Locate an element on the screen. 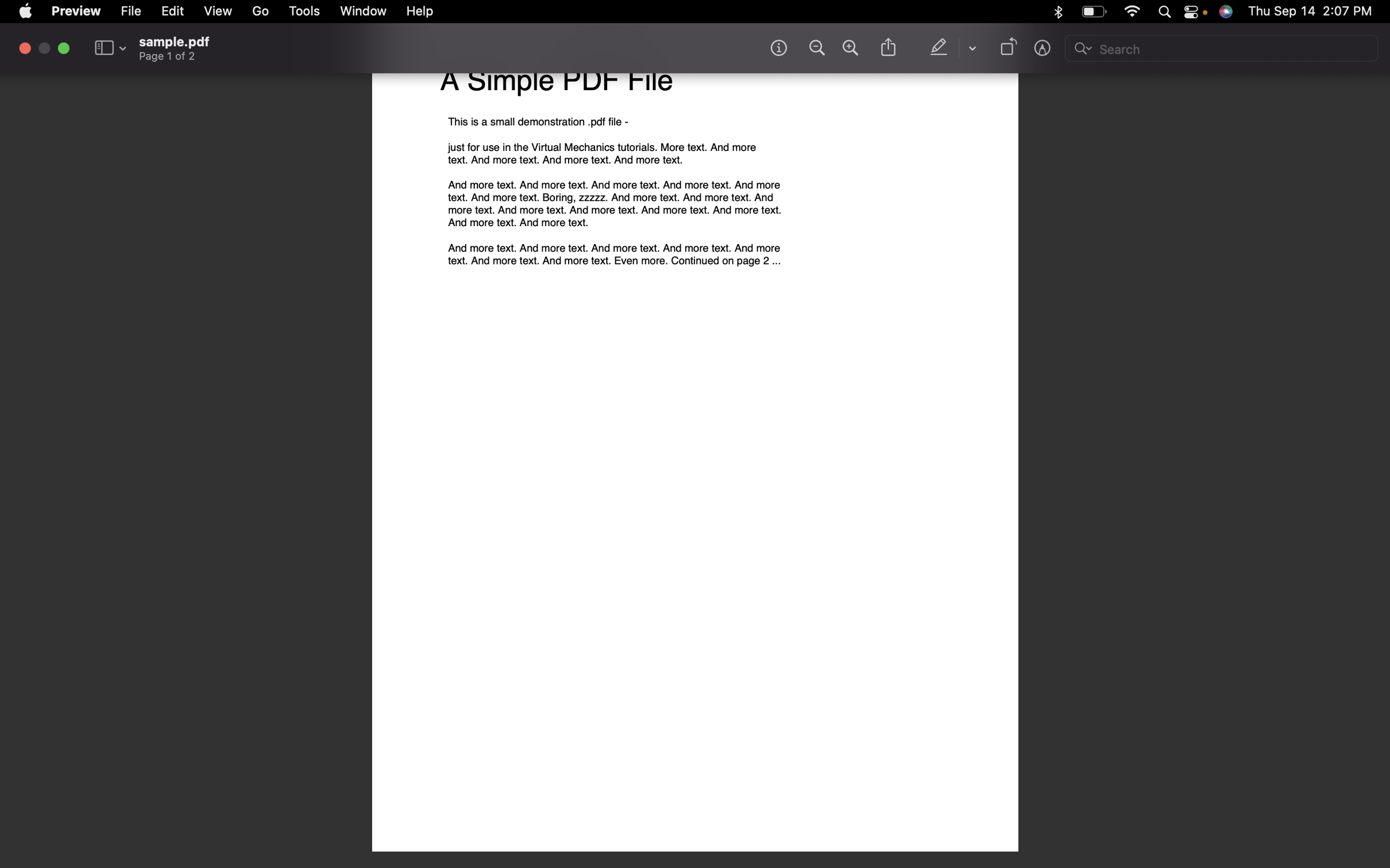  Share the document with Messages is located at coordinates (887, 48).